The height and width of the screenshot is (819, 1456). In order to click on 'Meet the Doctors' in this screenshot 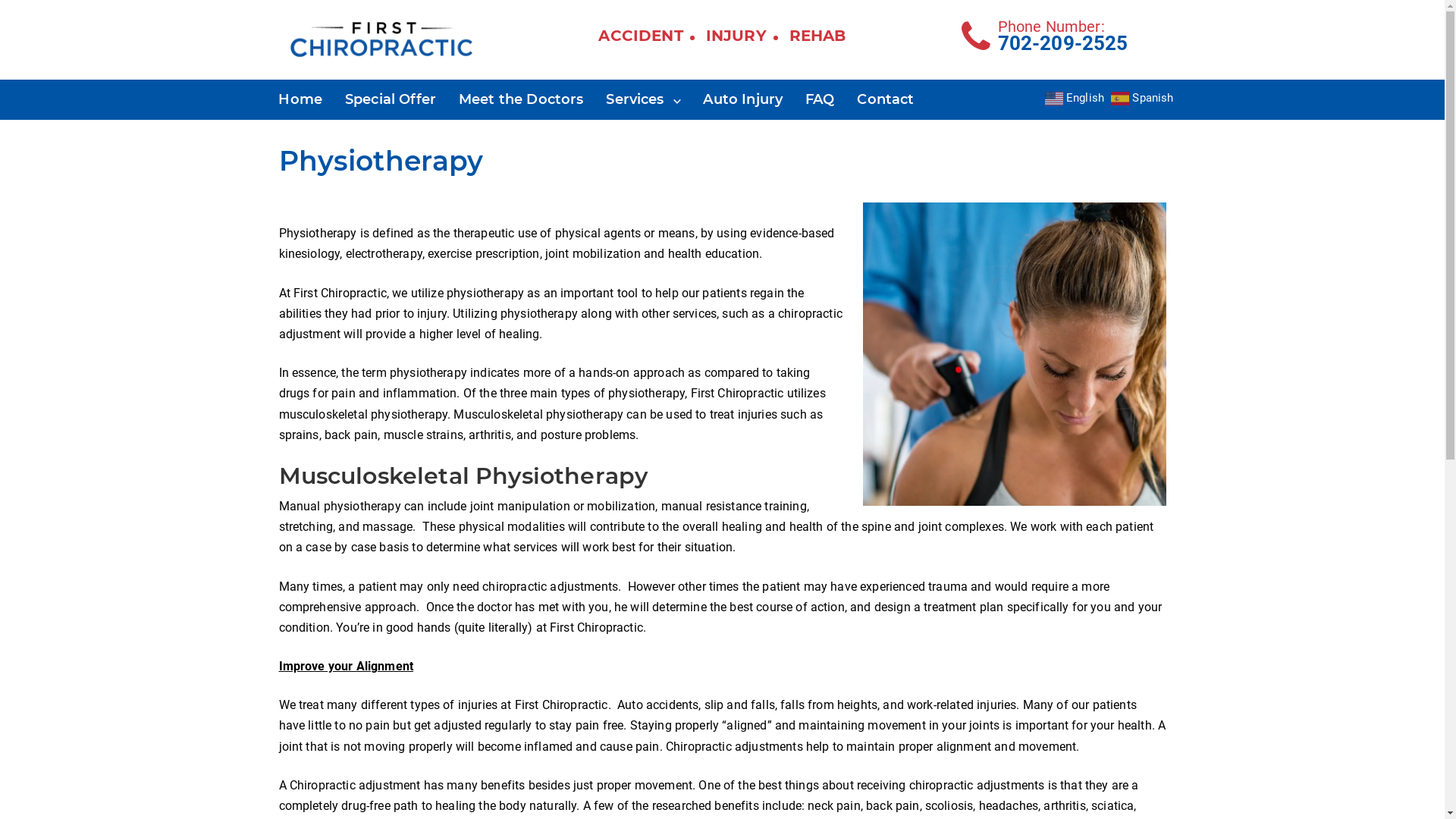, I will do `click(520, 99)`.